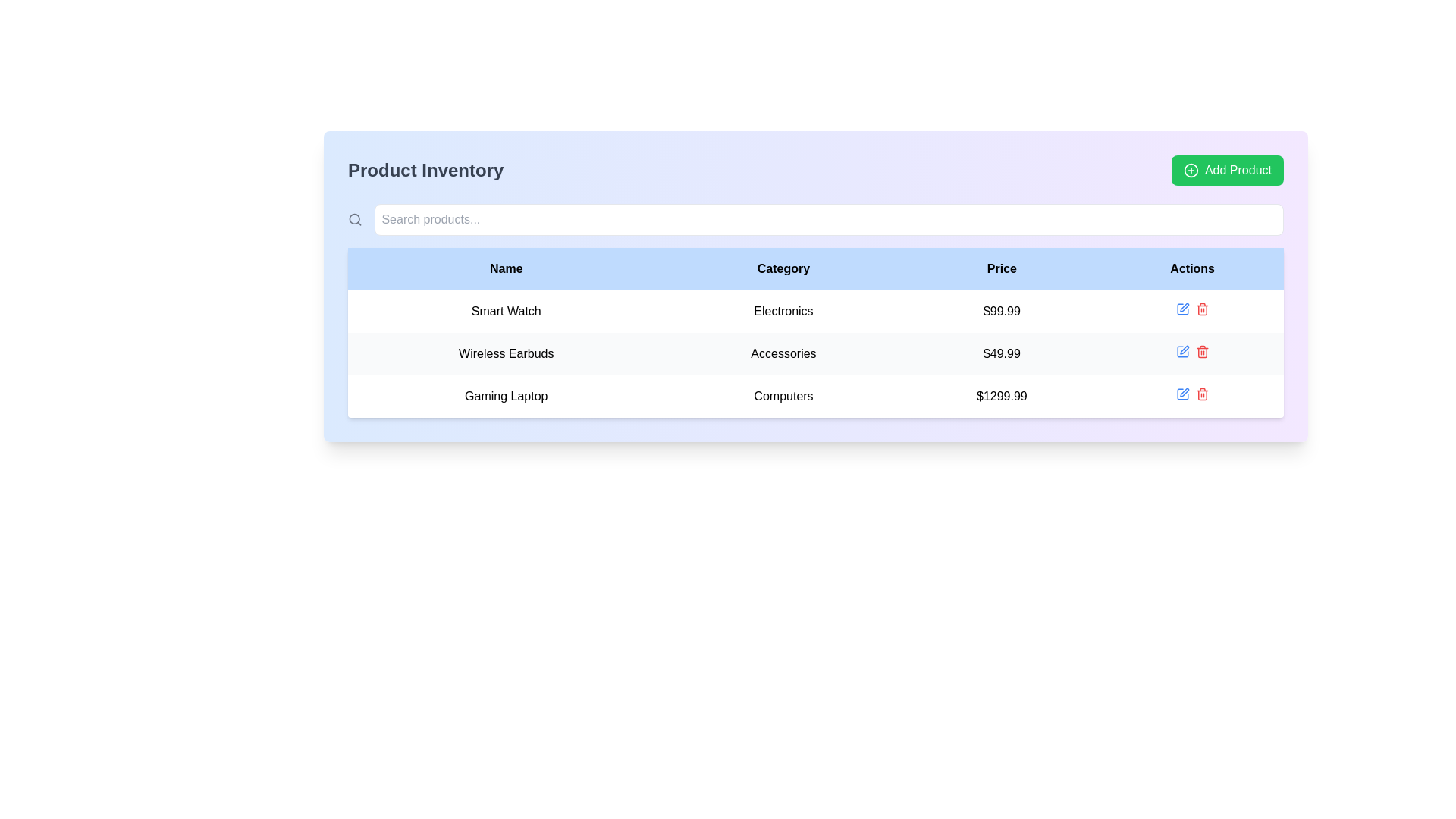  What do you see at coordinates (506, 311) in the screenshot?
I see `the 'Smart Watch' label in the 'Name' column of the first row in the 'Product Inventory' table` at bounding box center [506, 311].